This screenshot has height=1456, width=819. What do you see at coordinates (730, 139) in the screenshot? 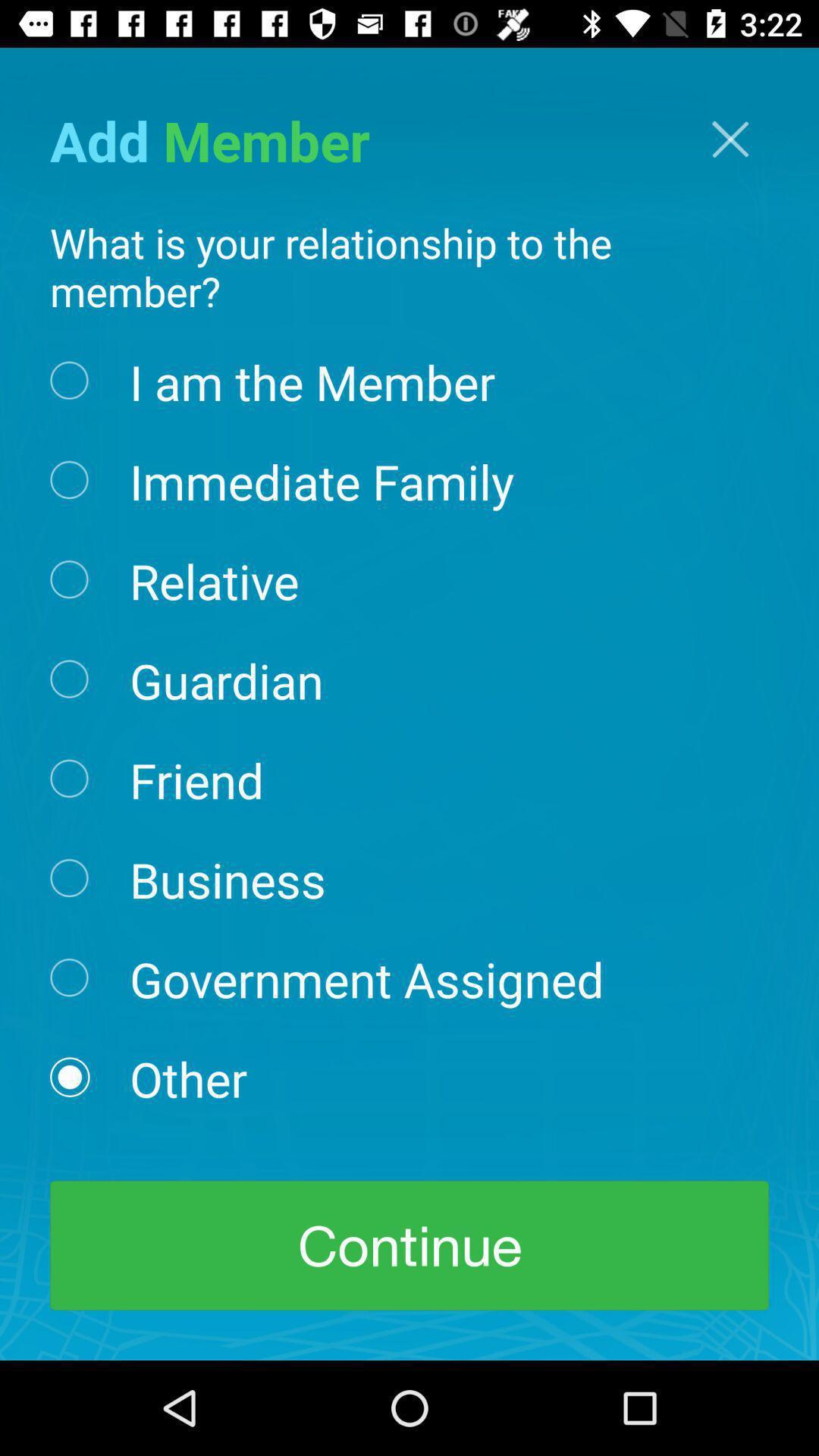
I see `the icon at the top right corner` at bounding box center [730, 139].